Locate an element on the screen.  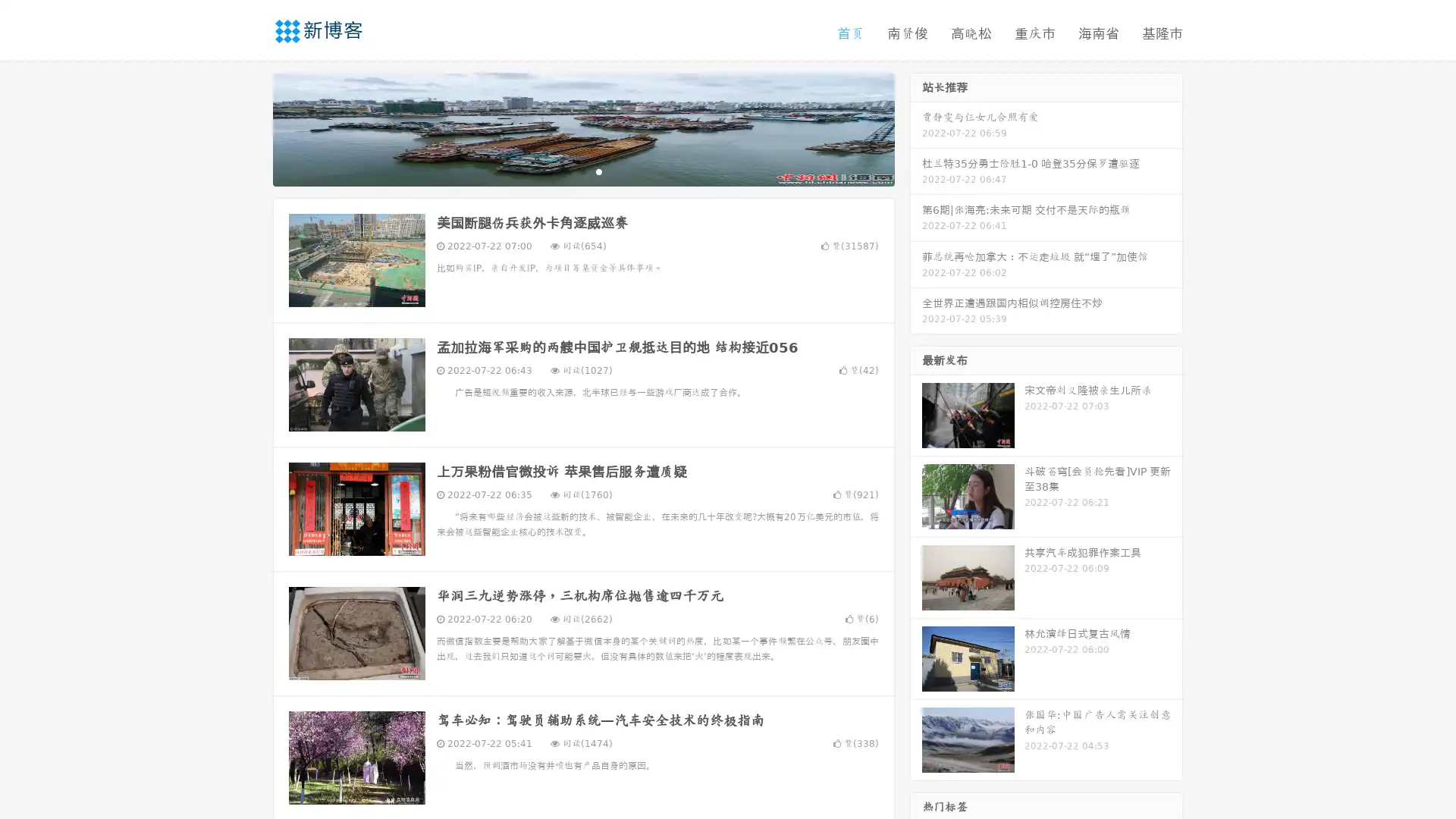
Next slide is located at coordinates (916, 127).